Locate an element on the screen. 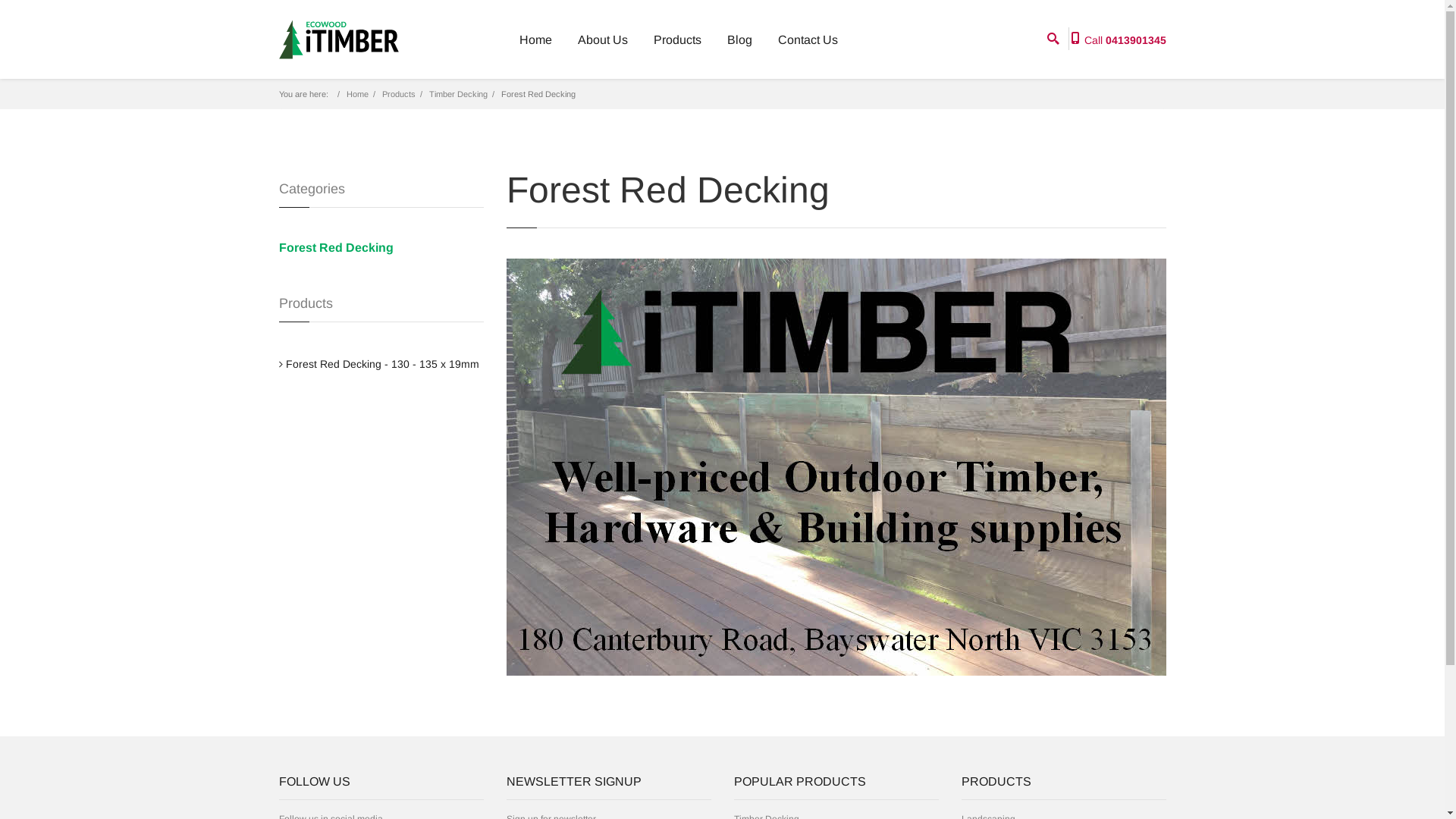 The image size is (1456, 819). 'Forest Red Decking - 130 - 135 x 19mm' is located at coordinates (381, 363).